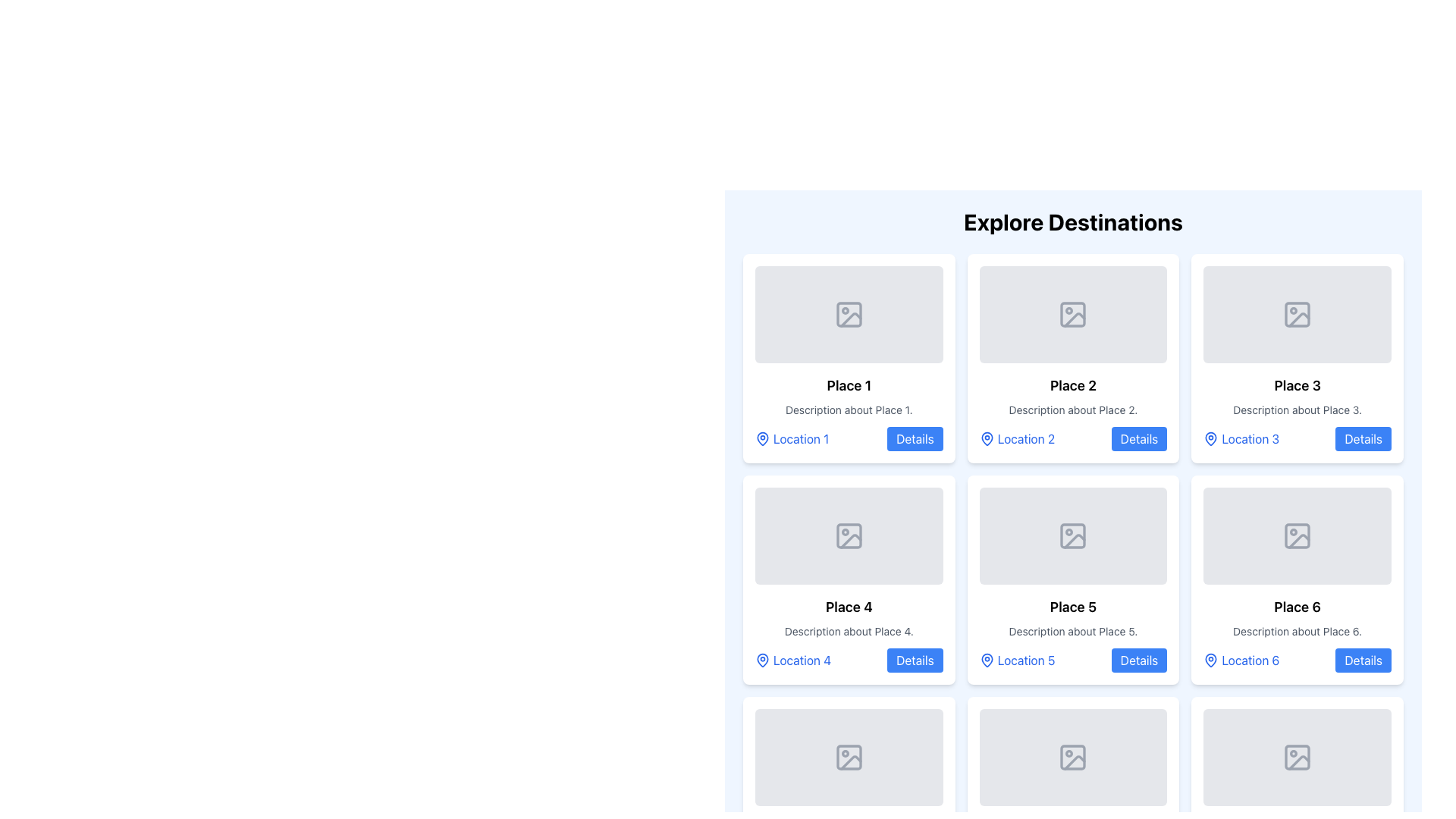 This screenshot has height=819, width=1456. I want to click on the interactive label or hyperlink that consists of a blue location marker icon and the text label 'Location 1', so click(791, 438).